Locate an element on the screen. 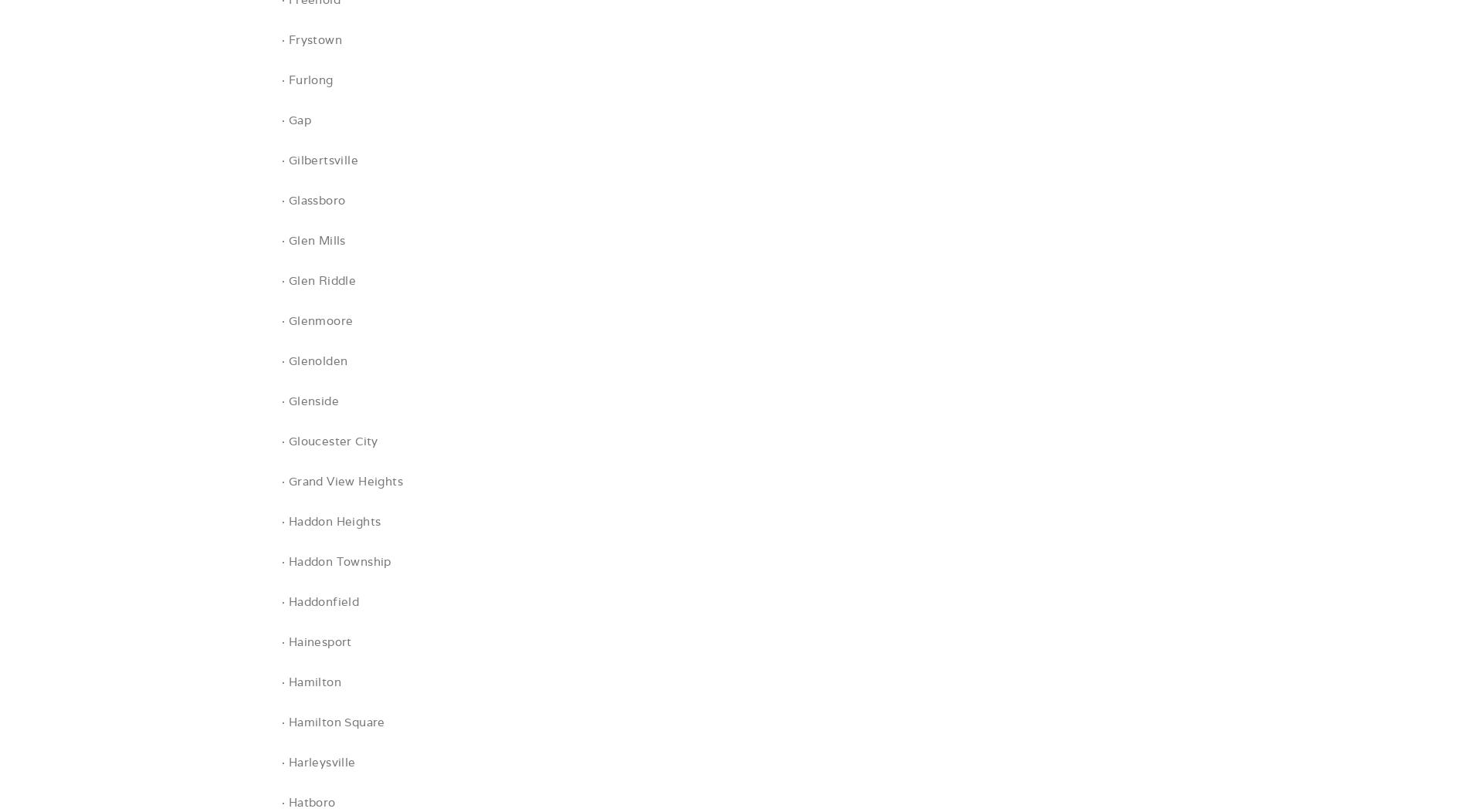  '· Haddon Township' is located at coordinates (280, 561).